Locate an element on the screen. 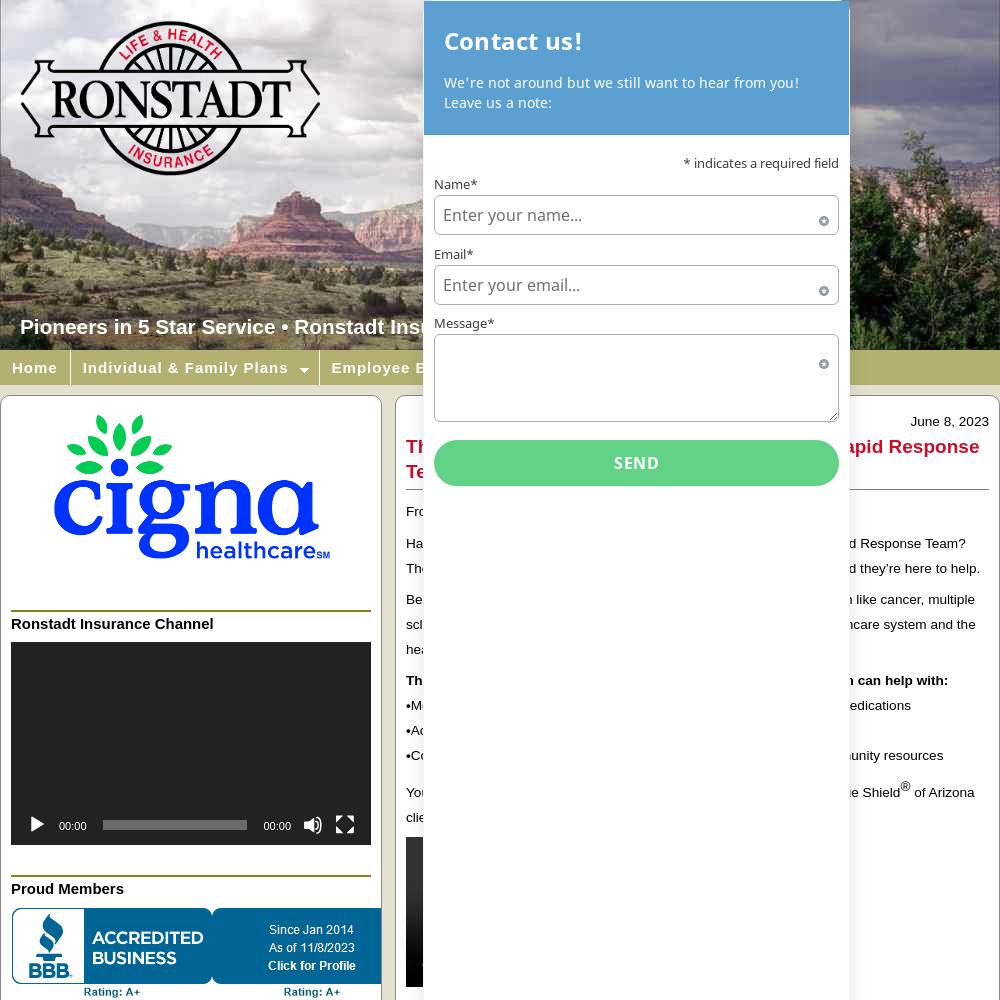 The height and width of the screenshot is (1000, 1000). 'Have you heard about the Blue Cross Blue Shield of Arizona Clinical Rapid Response Team? Their members who are experiencing a health scare deserve answers, and they’re here to help.' is located at coordinates (694, 555).